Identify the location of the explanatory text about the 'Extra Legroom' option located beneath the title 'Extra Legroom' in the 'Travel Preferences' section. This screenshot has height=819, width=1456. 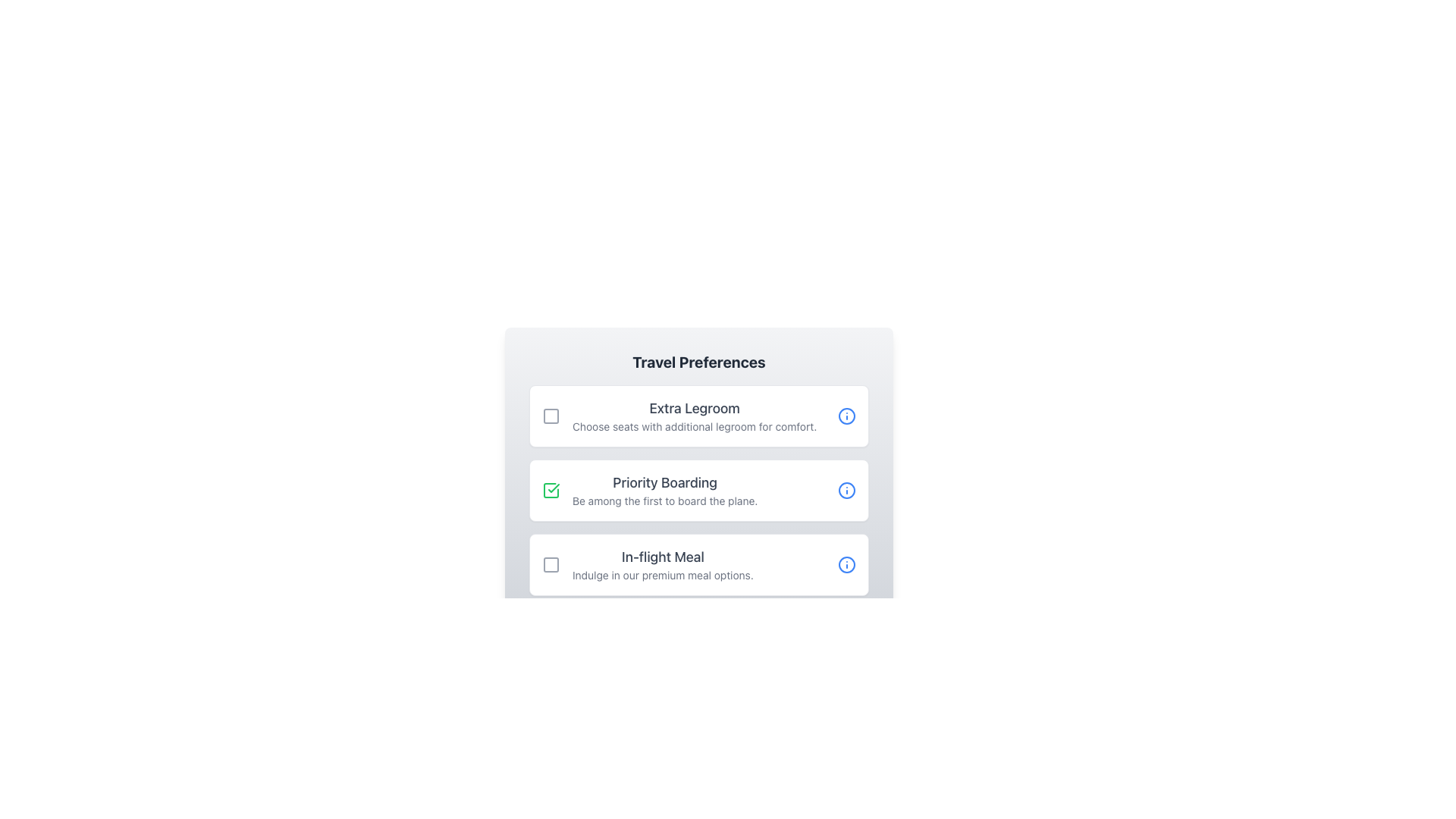
(694, 427).